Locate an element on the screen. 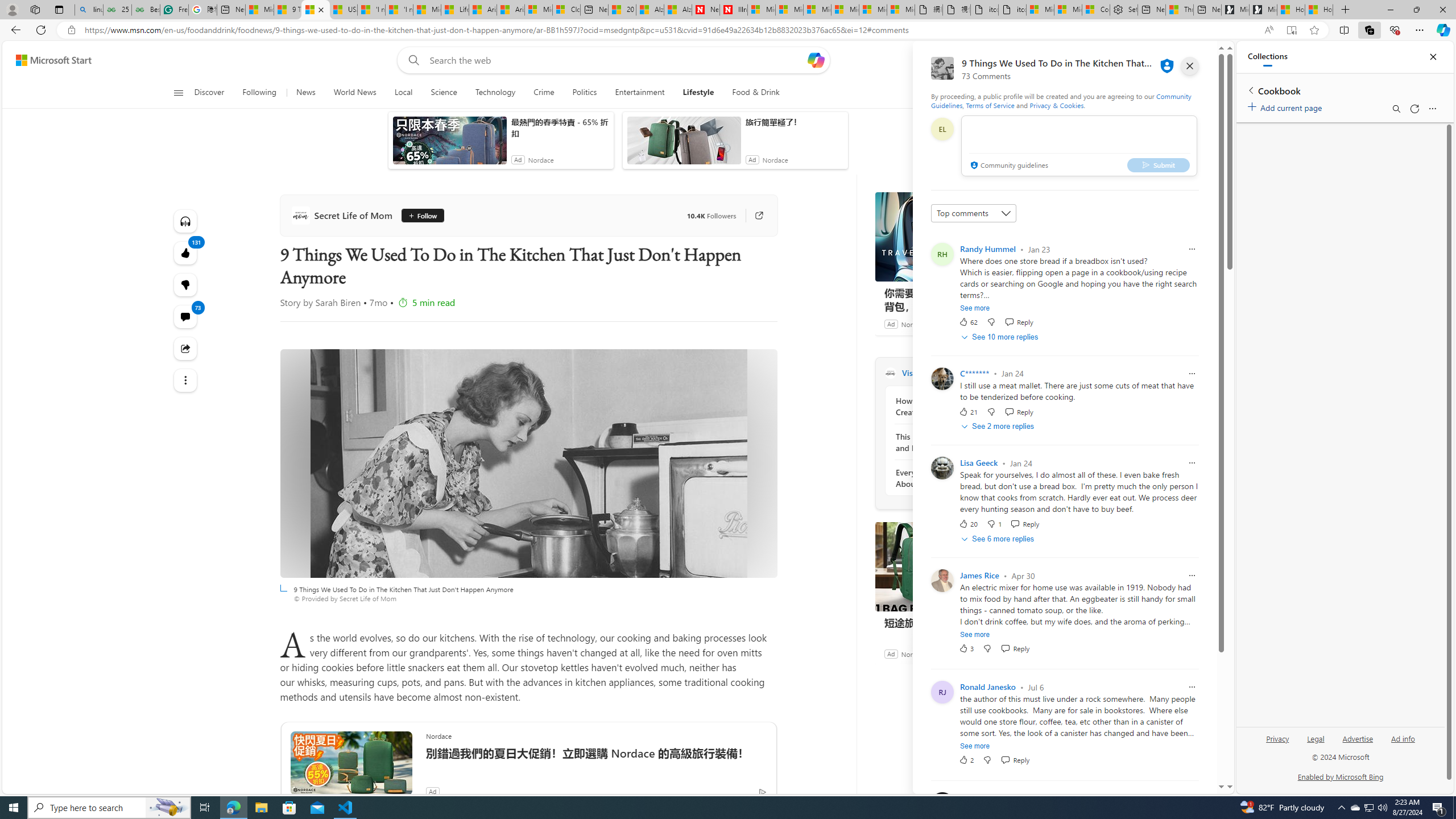 This screenshot has height=819, width=1456. 'Ronald Janesko' is located at coordinates (987, 686).